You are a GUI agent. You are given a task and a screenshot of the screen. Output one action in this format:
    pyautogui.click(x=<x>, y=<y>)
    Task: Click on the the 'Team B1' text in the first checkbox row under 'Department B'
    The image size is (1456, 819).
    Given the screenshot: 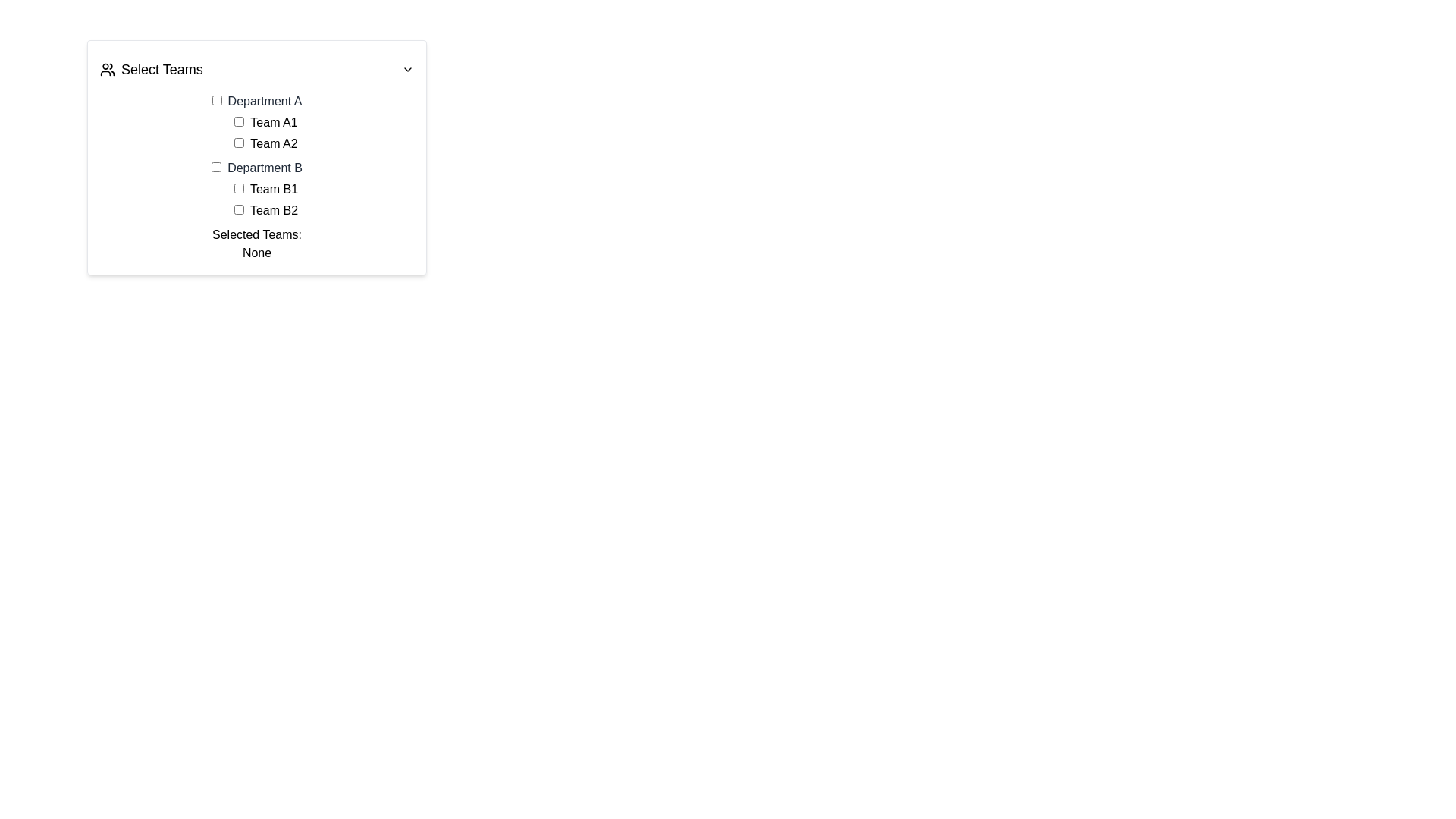 What is the action you would take?
    pyautogui.click(x=265, y=189)
    